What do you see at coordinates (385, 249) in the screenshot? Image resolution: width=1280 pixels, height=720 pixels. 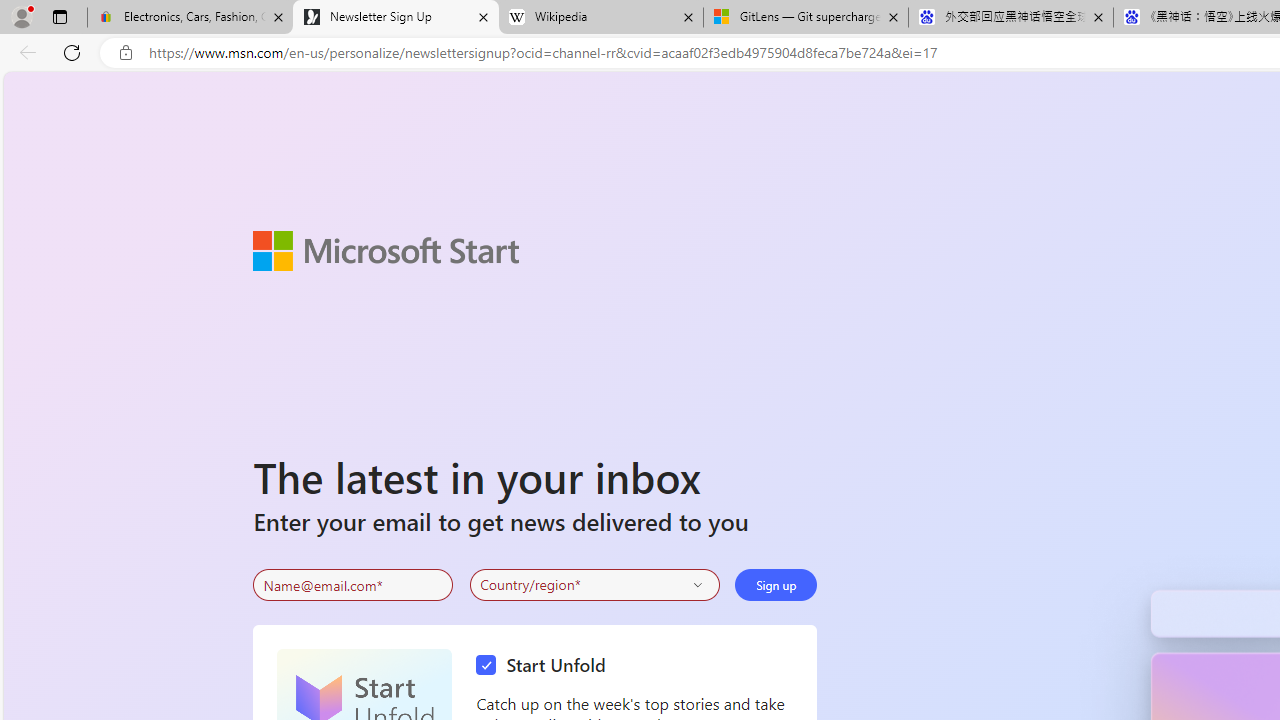 I see `'Microsoft Start'` at bounding box center [385, 249].